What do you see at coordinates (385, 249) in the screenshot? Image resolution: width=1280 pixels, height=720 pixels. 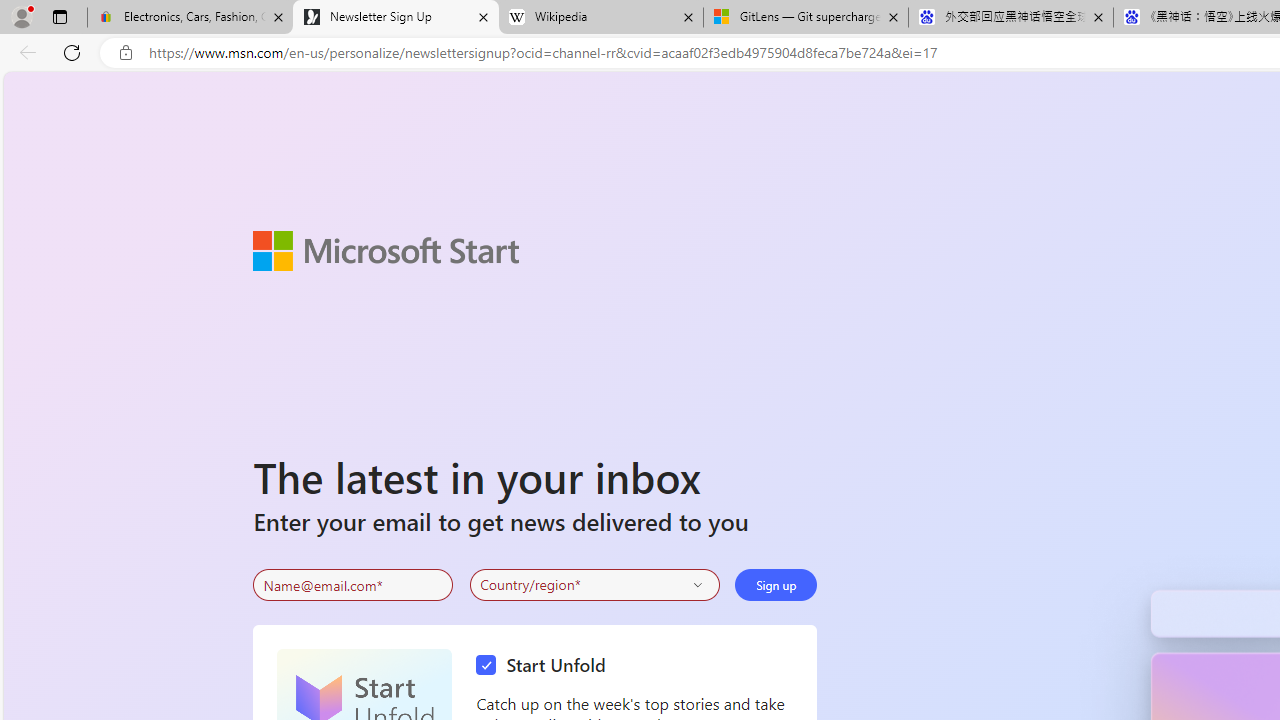 I see `'Microsoft Start'` at bounding box center [385, 249].